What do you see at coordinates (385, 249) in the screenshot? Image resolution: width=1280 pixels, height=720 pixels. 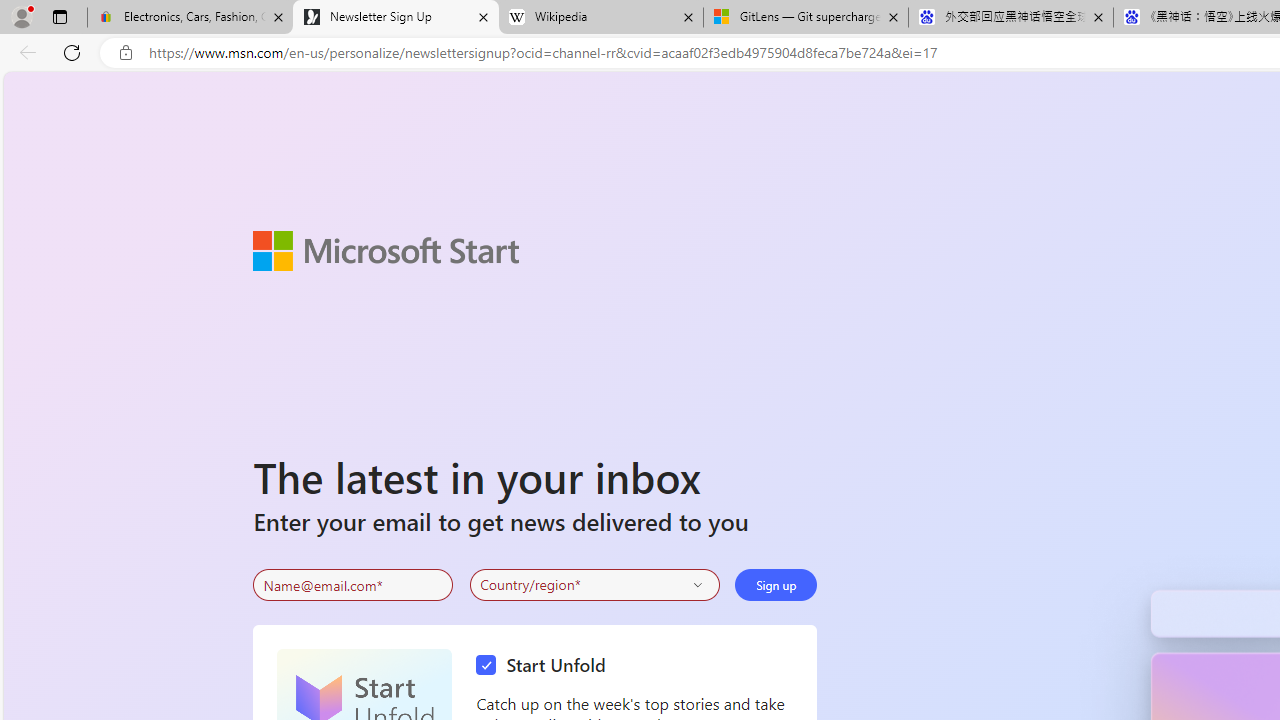 I see `'Microsoft Start'` at bounding box center [385, 249].